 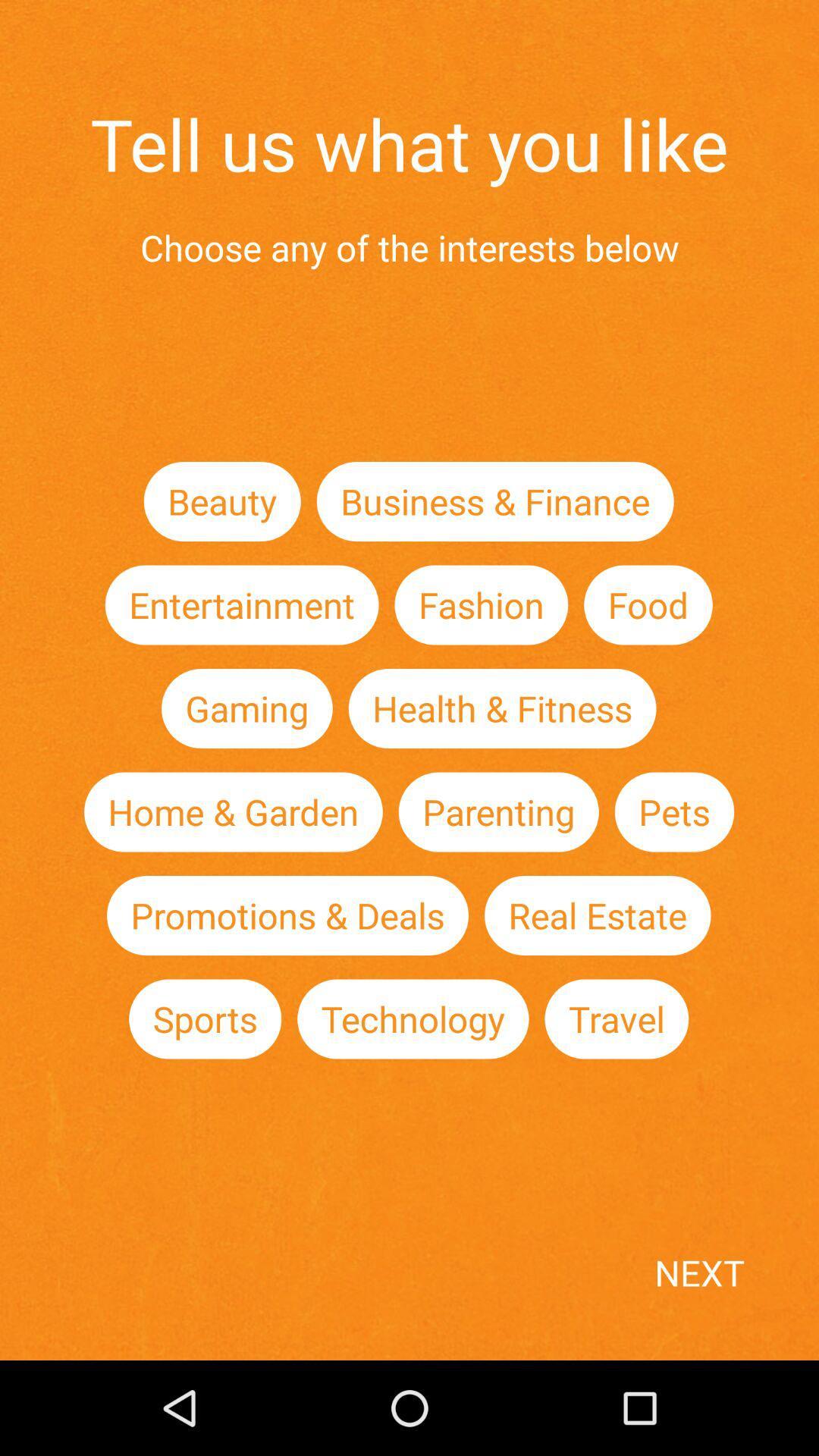 I want to click on icon next to technology icon, so click(x=205, y=1019).